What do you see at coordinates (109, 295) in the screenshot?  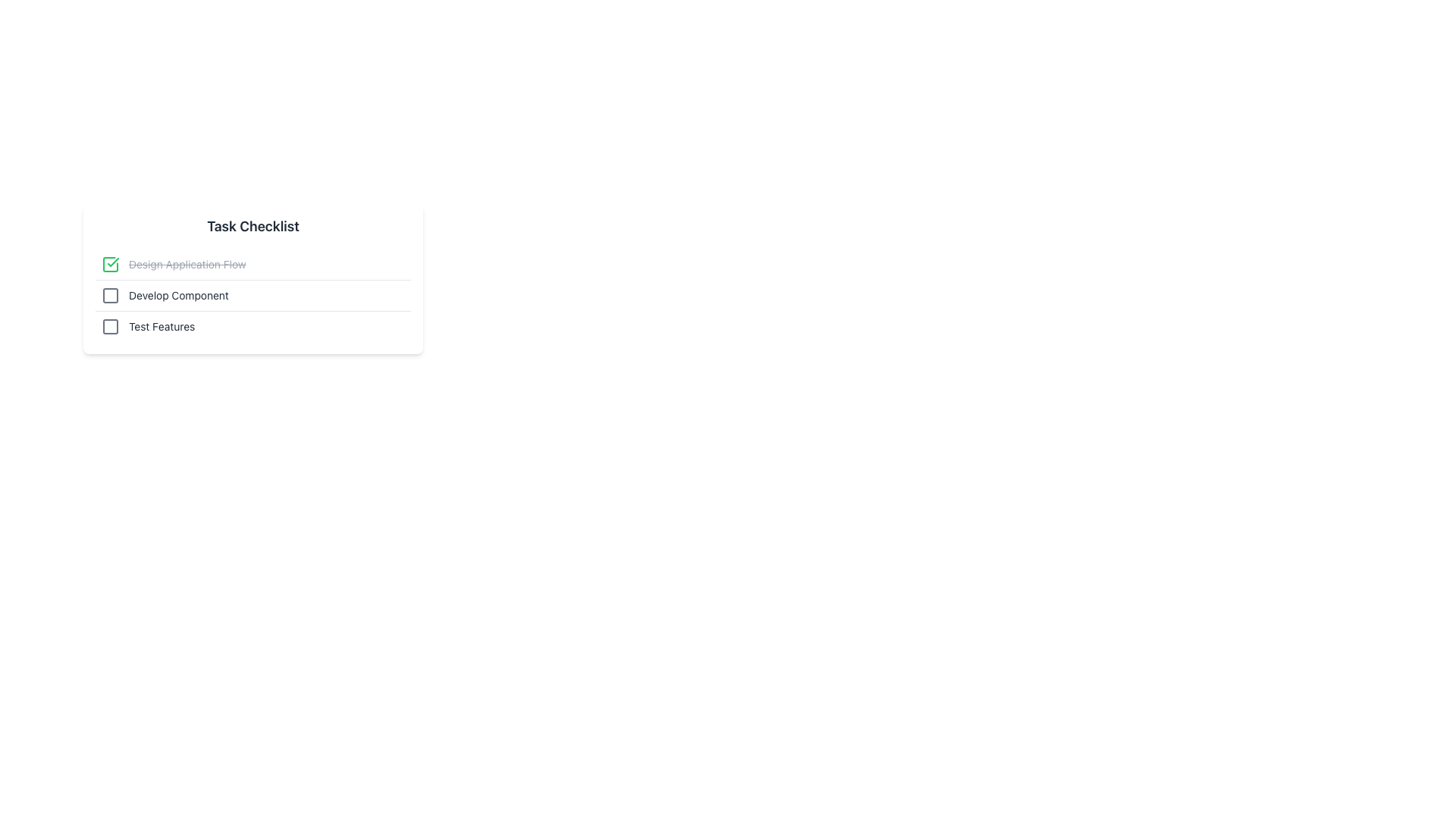 I see `the leftmost checkbox icon in the 'Develop Component' checklist` at bounding box center [109, 295].